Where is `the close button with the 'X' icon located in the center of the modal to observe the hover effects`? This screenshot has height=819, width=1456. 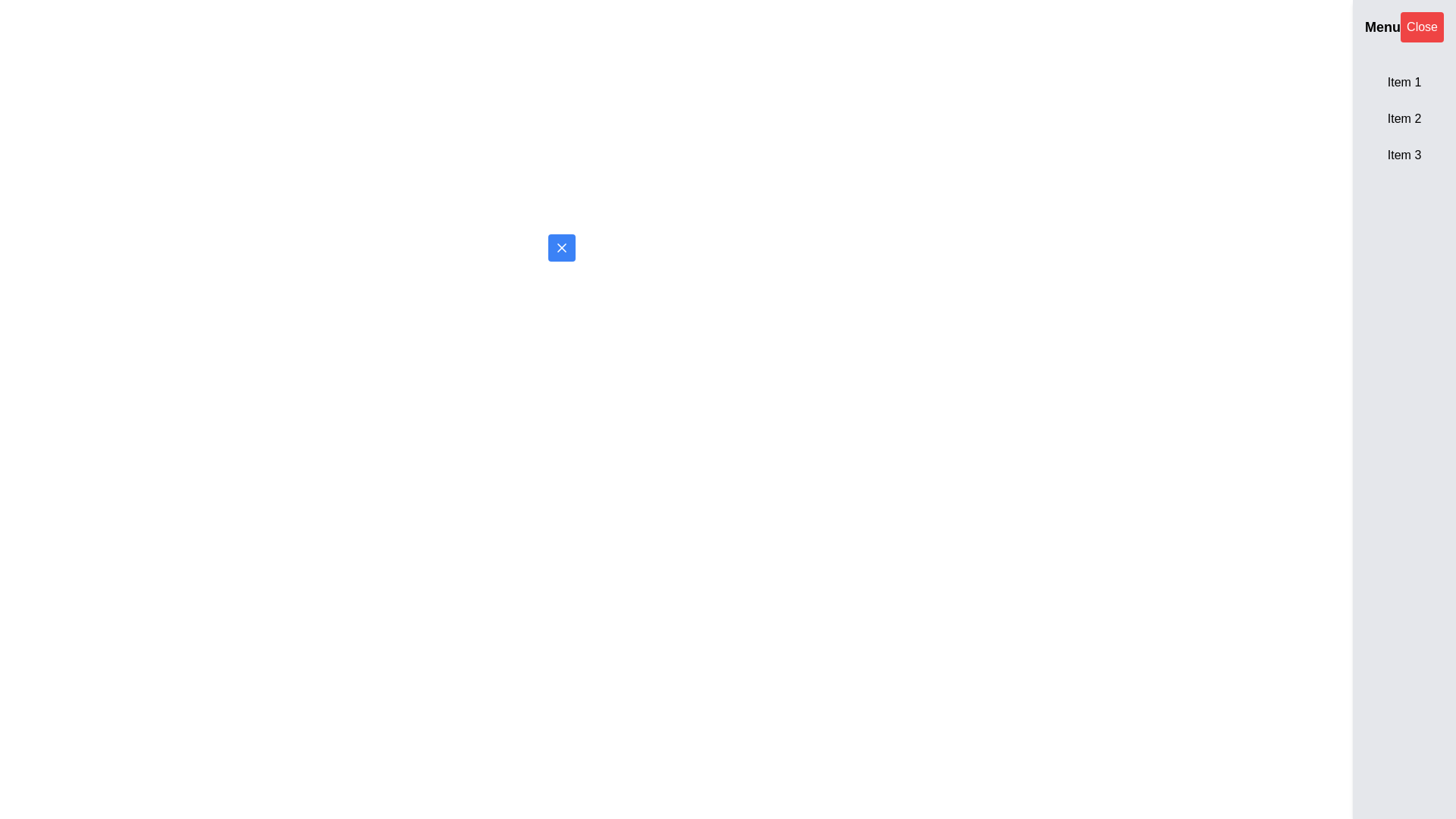
the close button with the 'X' icon located in the center of the modal to observe the hover effects is located at coordinates (560, 247).